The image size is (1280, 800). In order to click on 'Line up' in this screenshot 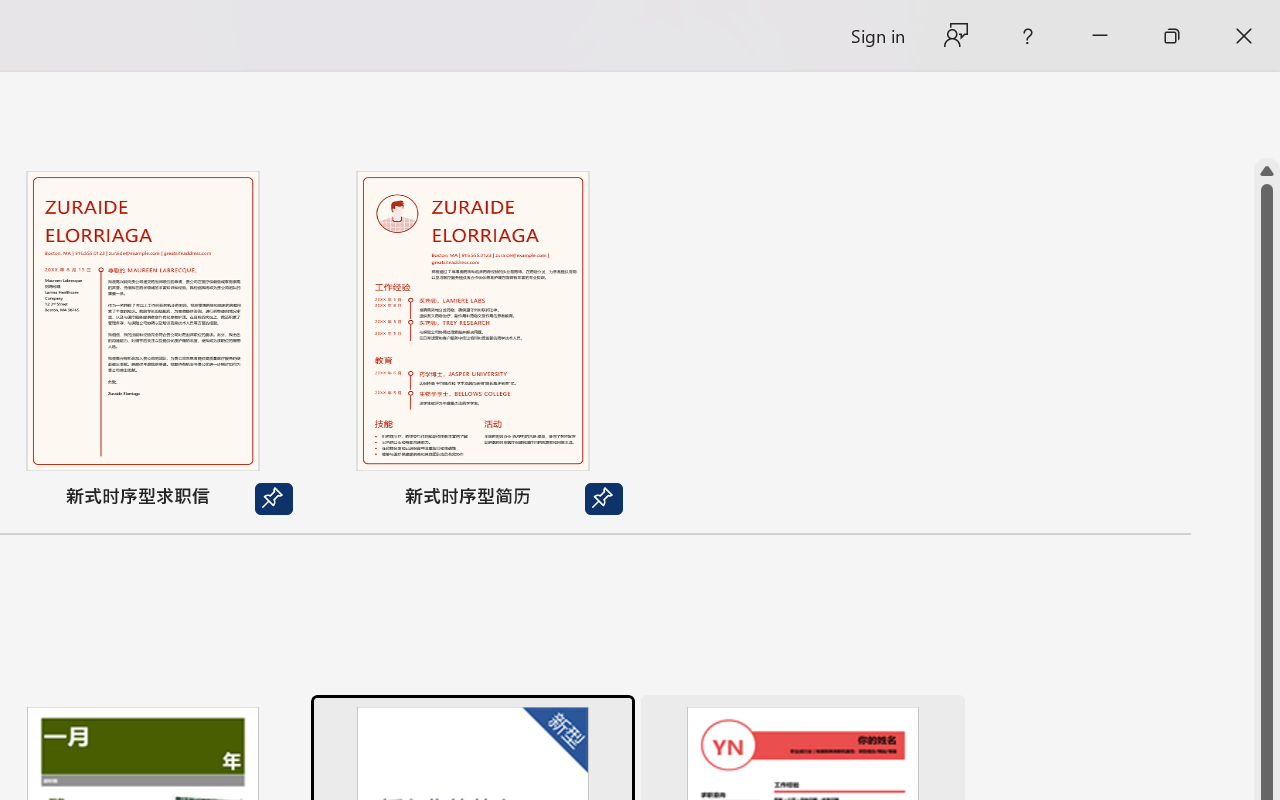, I will do `click(1266, 170)`.